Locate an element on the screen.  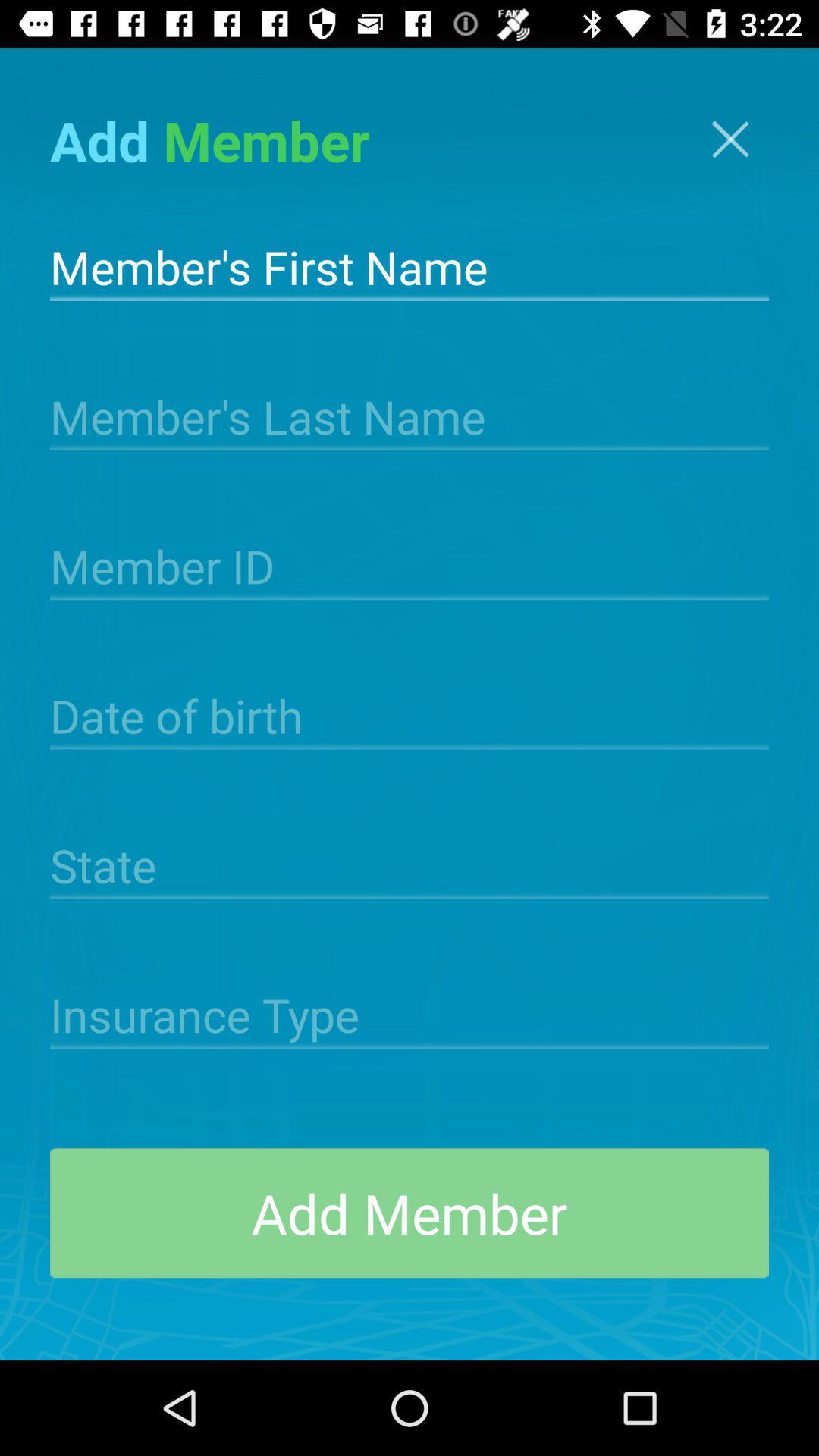
the icon above add member is located at coordinates (409, 1013).